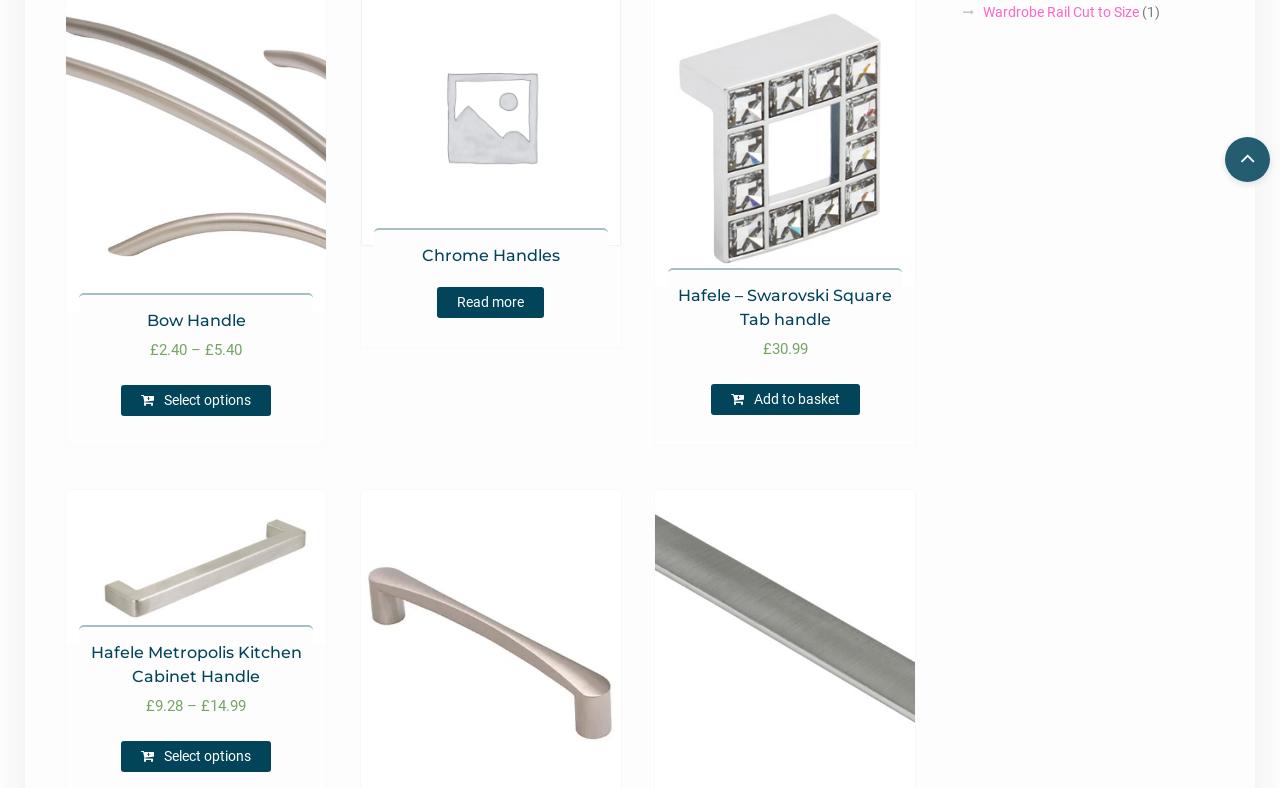 The height and width of the screenshot is (788, 1280). What do you see at coordinates (227, 705) in the screenshot?
I see `'14.99'` at bounding box center [227, 705].